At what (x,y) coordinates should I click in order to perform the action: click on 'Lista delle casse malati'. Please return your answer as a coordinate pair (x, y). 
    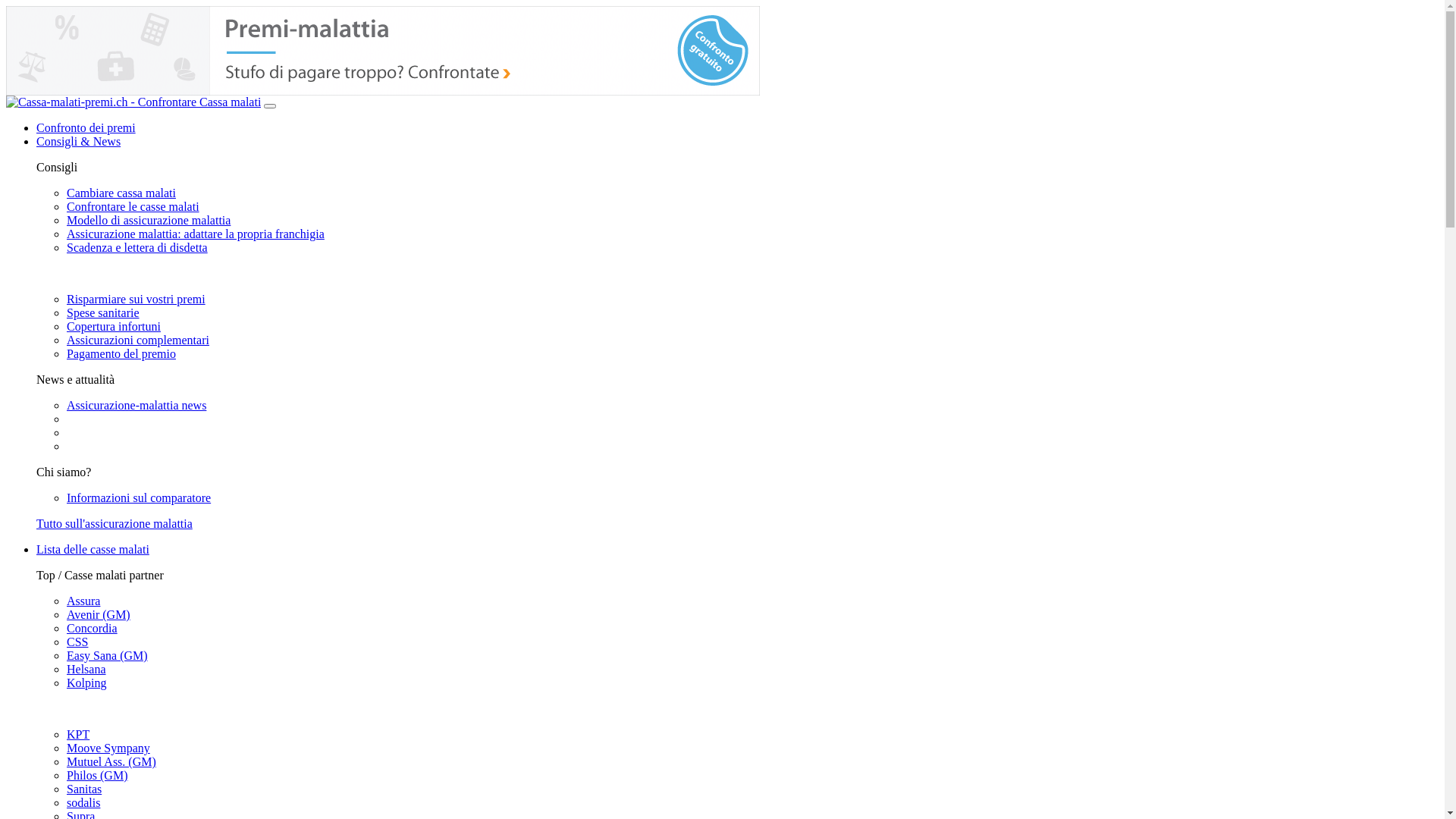
    Looking at the image, I should click on (92, 549).